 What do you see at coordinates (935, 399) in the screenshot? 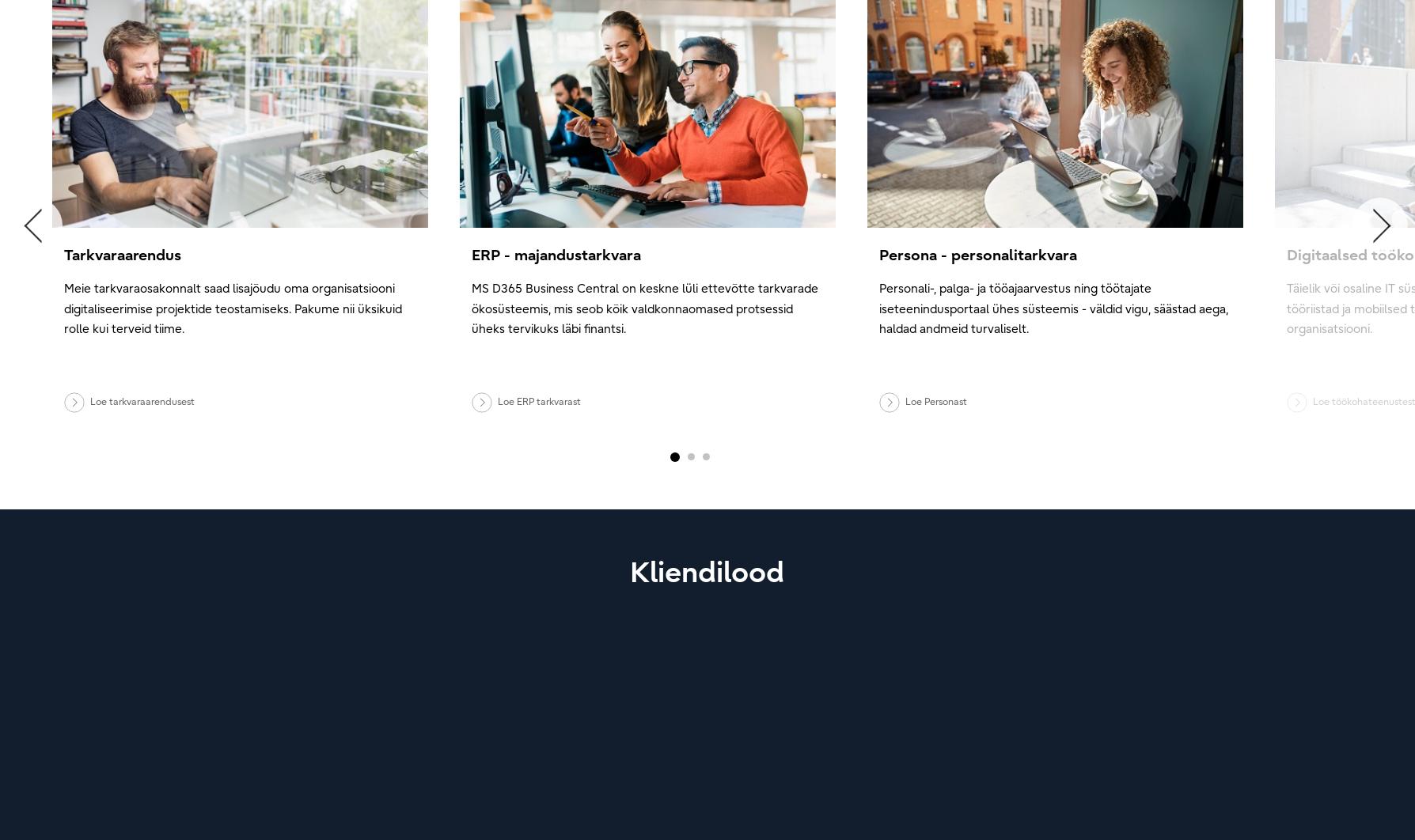
I see `'Loe Personast'` at bounding box center [935, 399].